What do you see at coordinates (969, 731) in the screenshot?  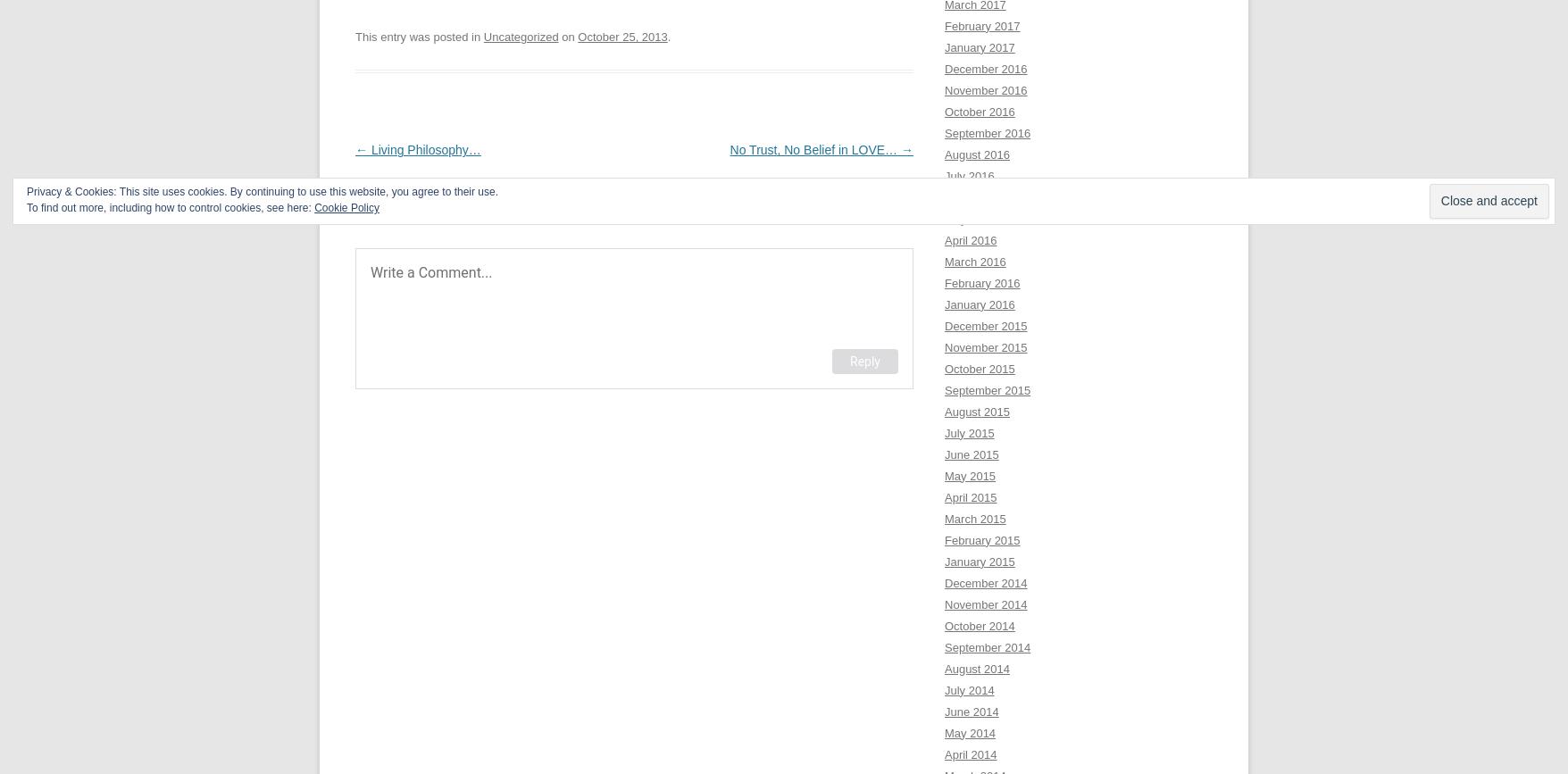 I see `'May 2014'` at bounding box center [969, 731].